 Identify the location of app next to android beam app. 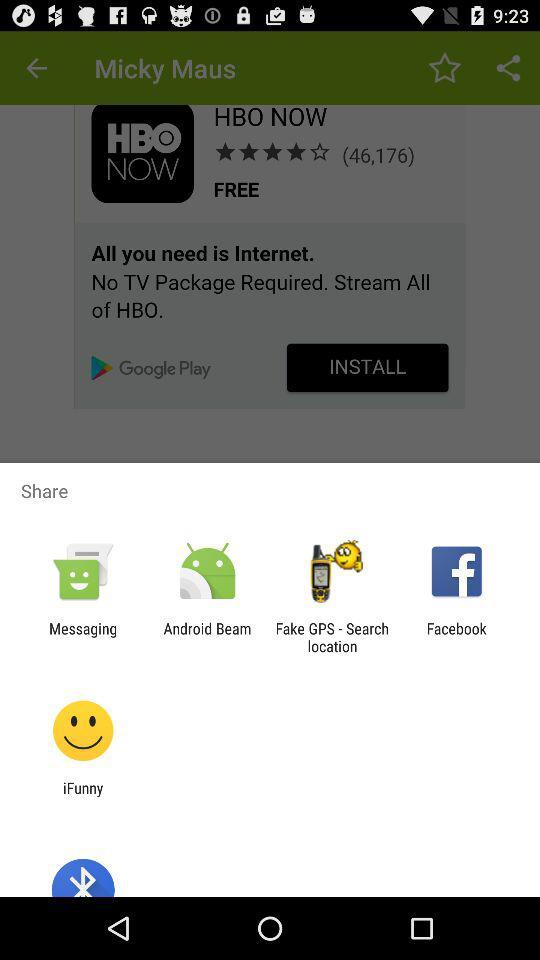
(82, 636).